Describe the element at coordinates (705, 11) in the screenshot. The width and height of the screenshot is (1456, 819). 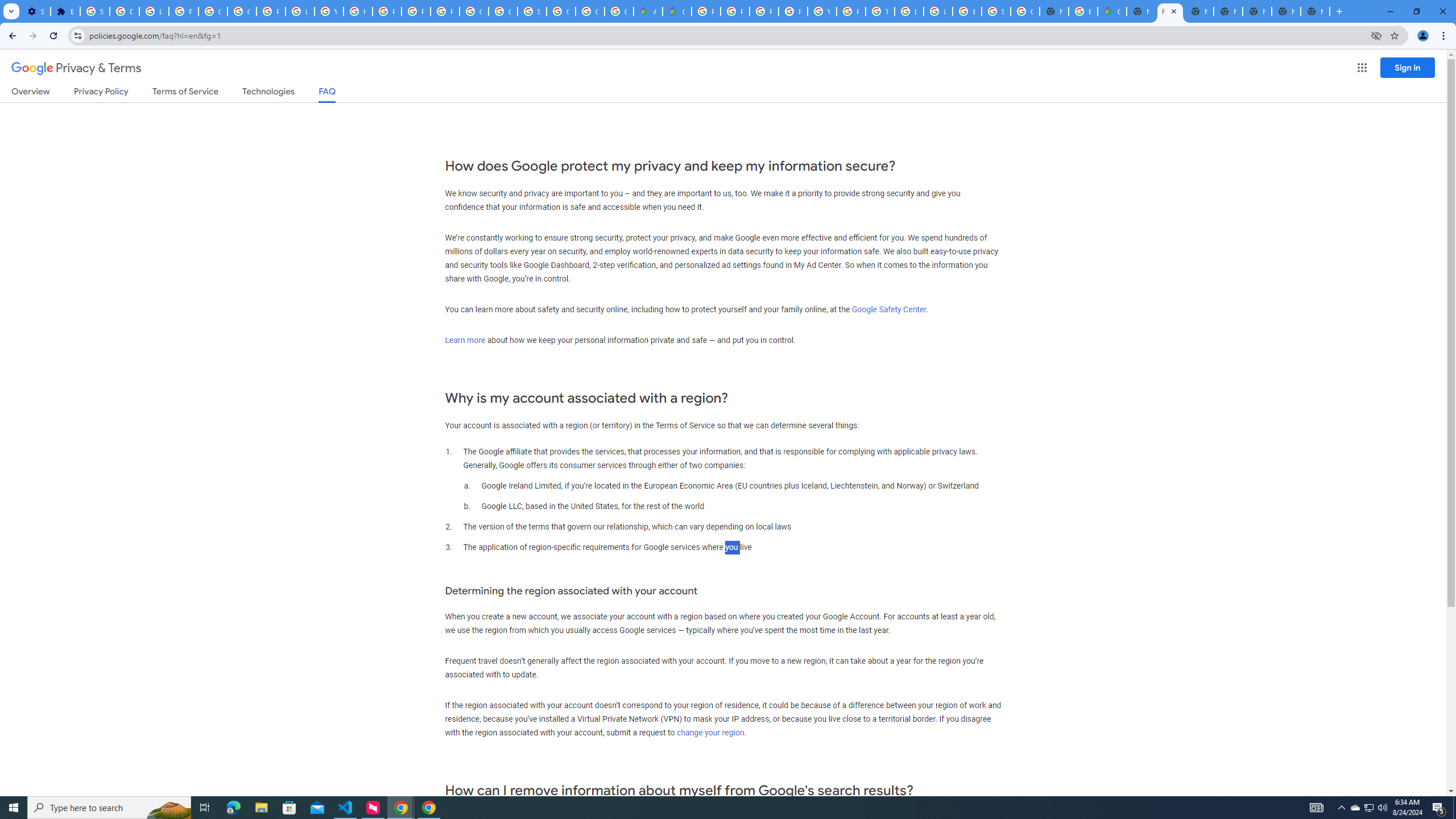
I see `'Policy Accountability and Transparency - Transparency Center'` at that location.